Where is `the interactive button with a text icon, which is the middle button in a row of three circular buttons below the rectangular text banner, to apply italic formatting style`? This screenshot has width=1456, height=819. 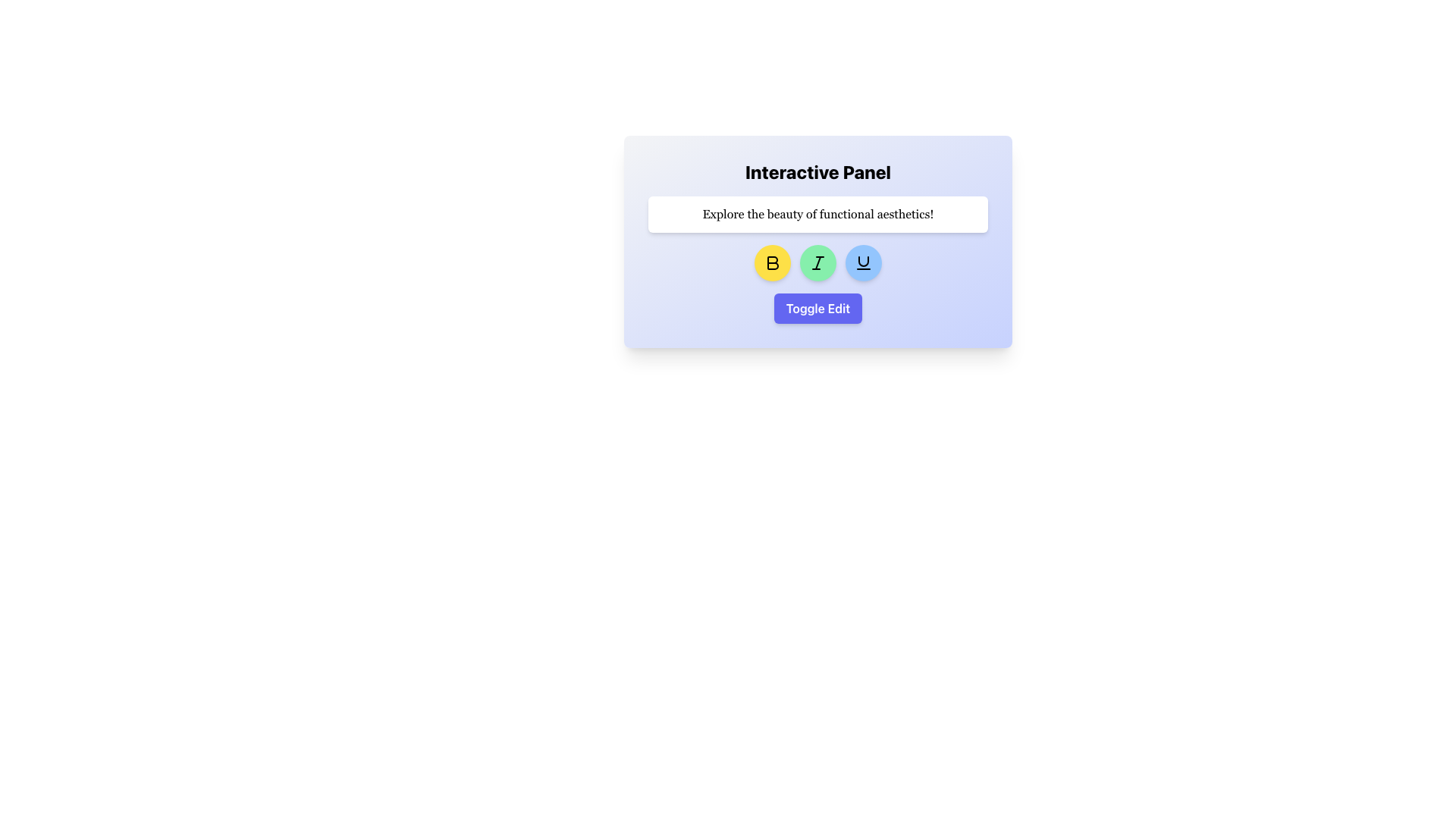
the interactive button with a text icon, which is the middle button in a row of three circular buttons below the rectangular text banner, to apply italic formatting style is located at coordinates (817, 241).